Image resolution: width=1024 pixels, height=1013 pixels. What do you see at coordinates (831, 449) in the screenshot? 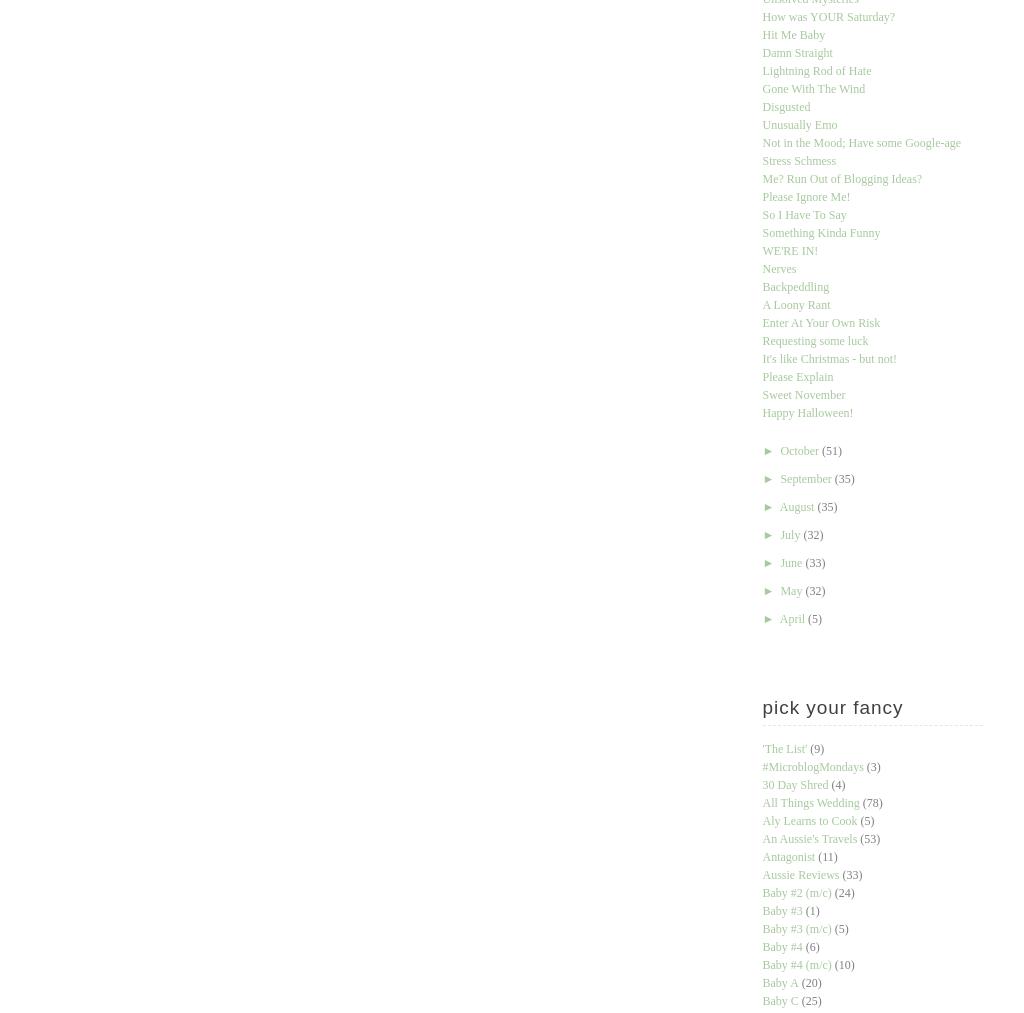
I see `'(51)'` at bounding box center [831, 449].